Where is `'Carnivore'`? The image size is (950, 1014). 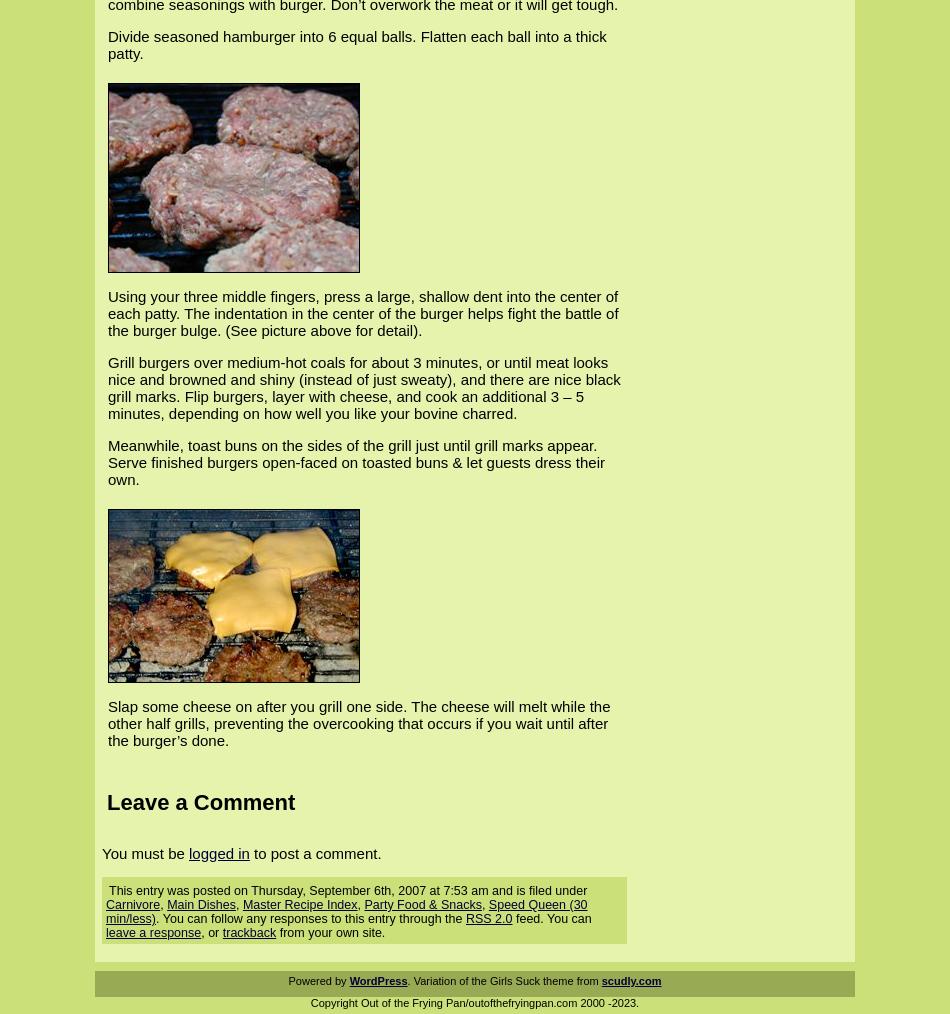 'Carnivore' is located at coordinates (133, 903).